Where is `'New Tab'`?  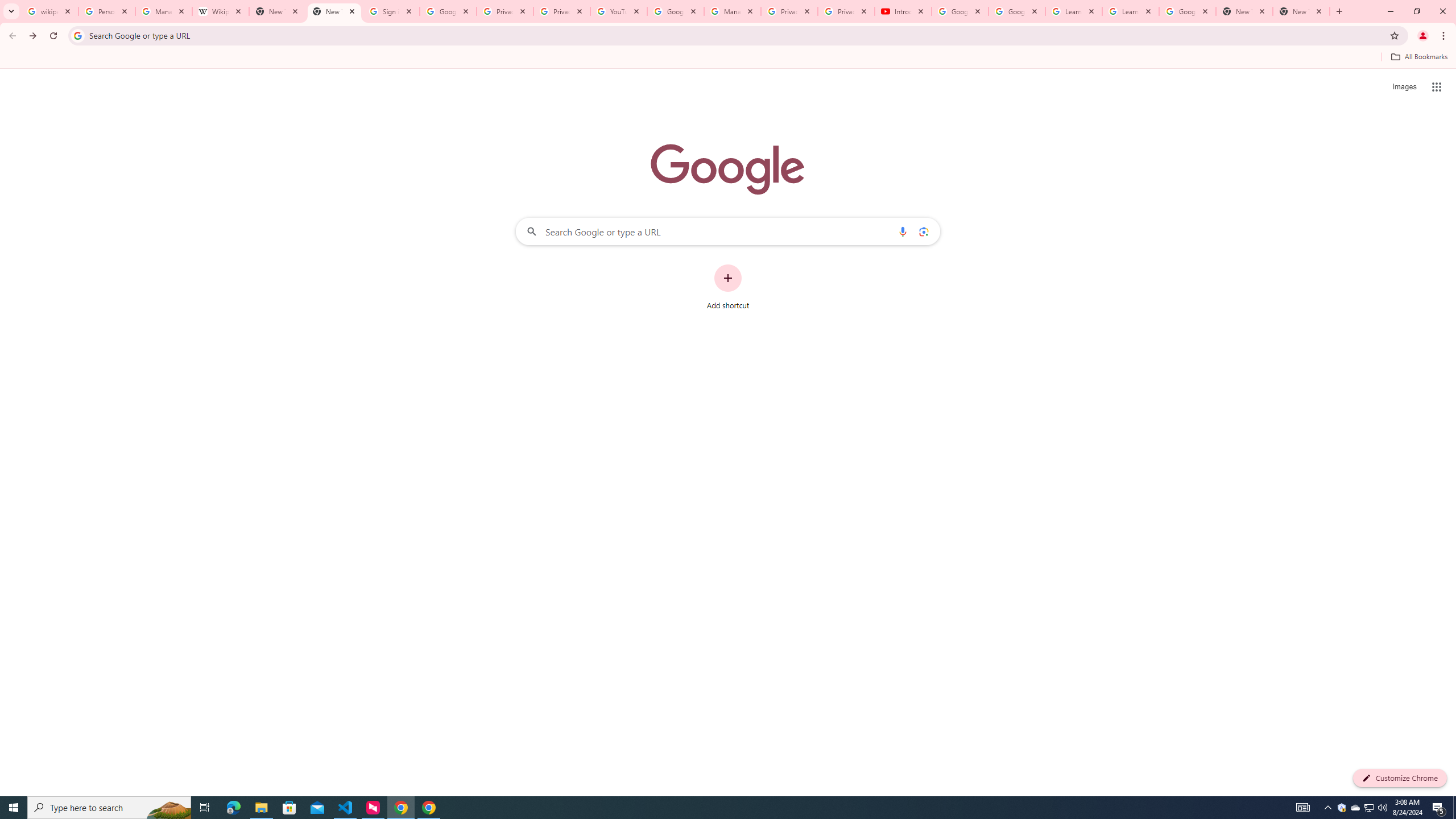 'New Tab' is located at coordinates (1244, 11).